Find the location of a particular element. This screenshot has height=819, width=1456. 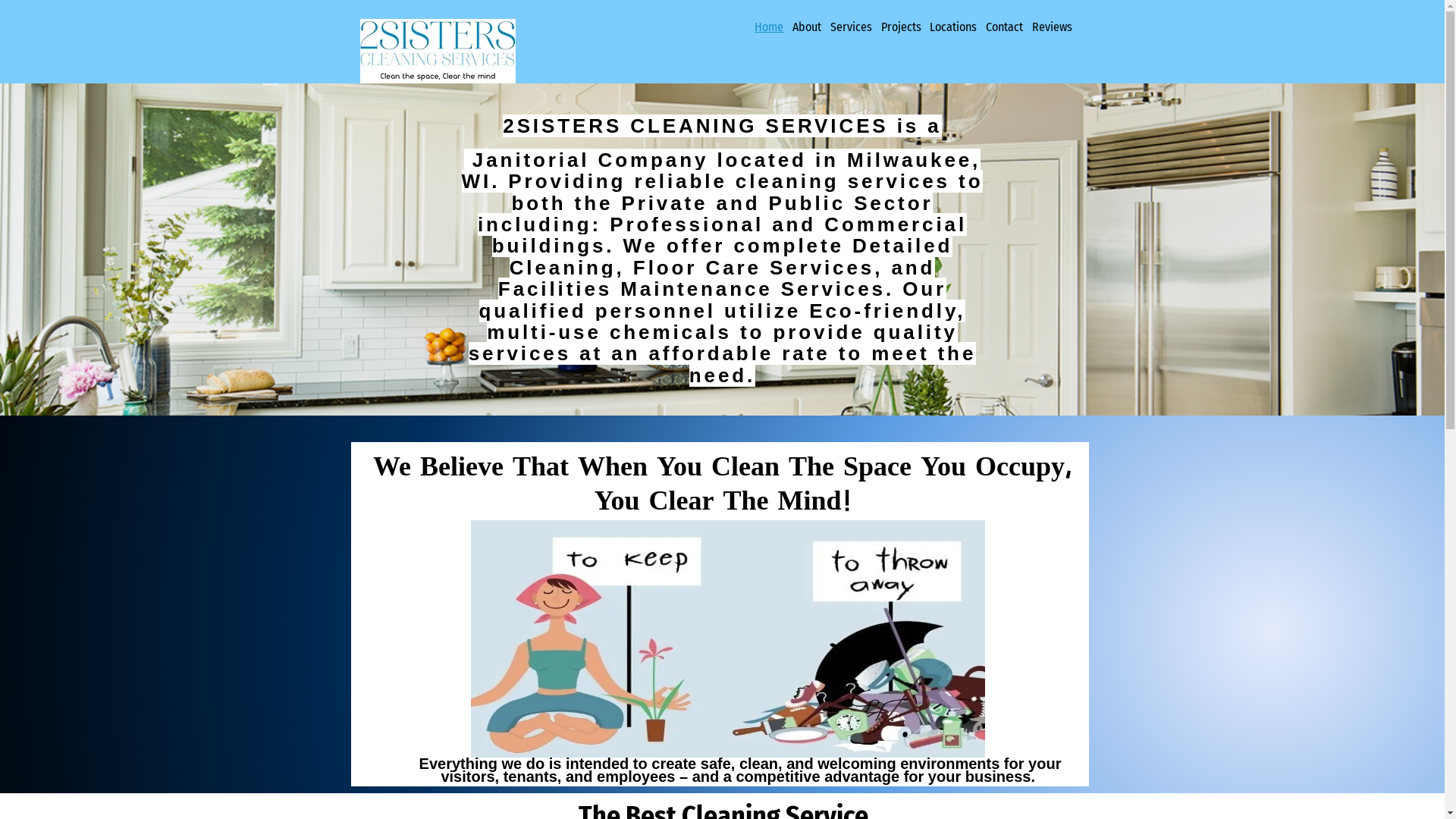

'Reviews' is located at coordinates (1051, 27).